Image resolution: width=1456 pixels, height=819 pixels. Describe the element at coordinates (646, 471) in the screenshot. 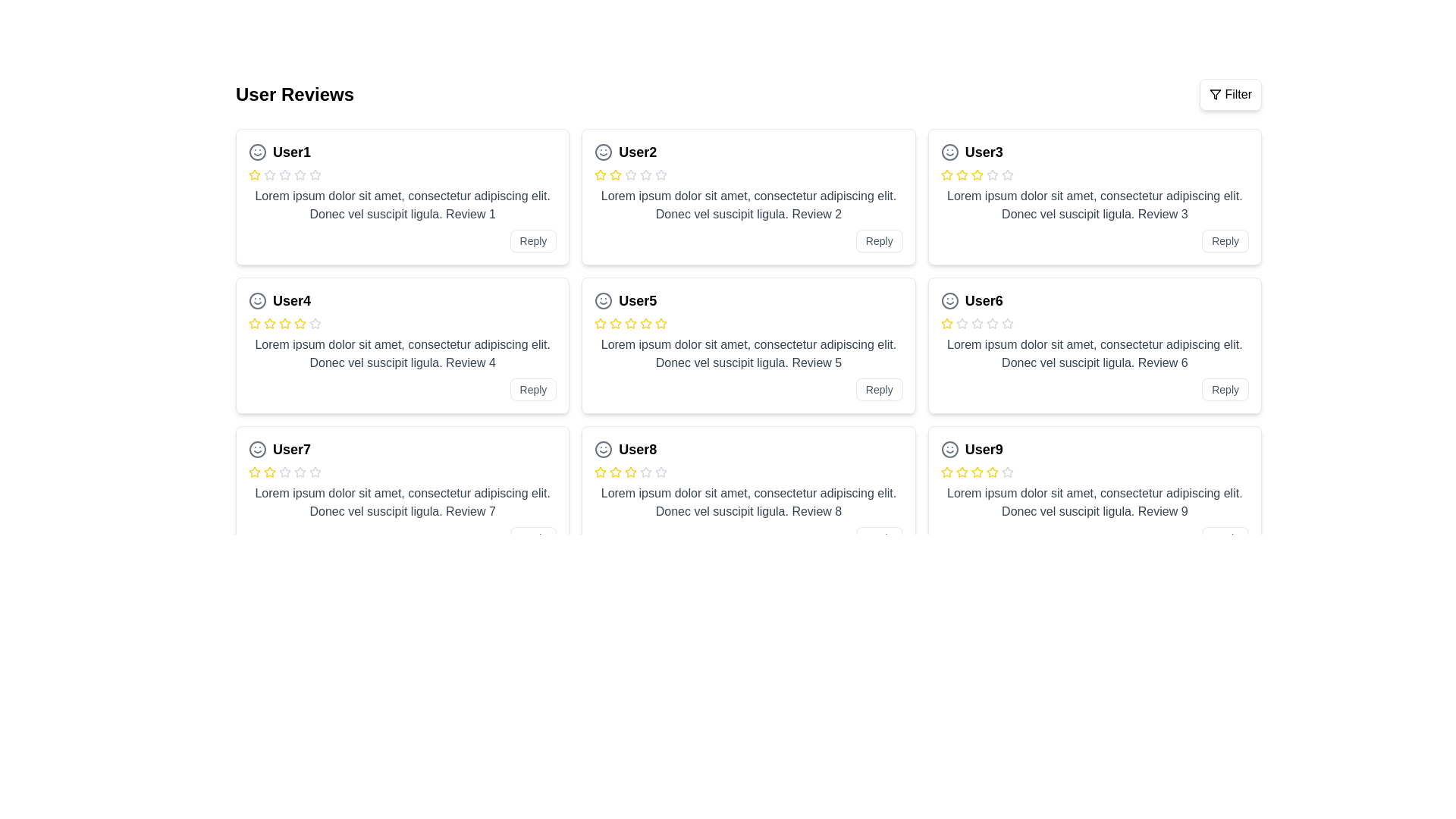

I see `the third star-shaped icon in the rating system of the 'User8' review box` at that location.